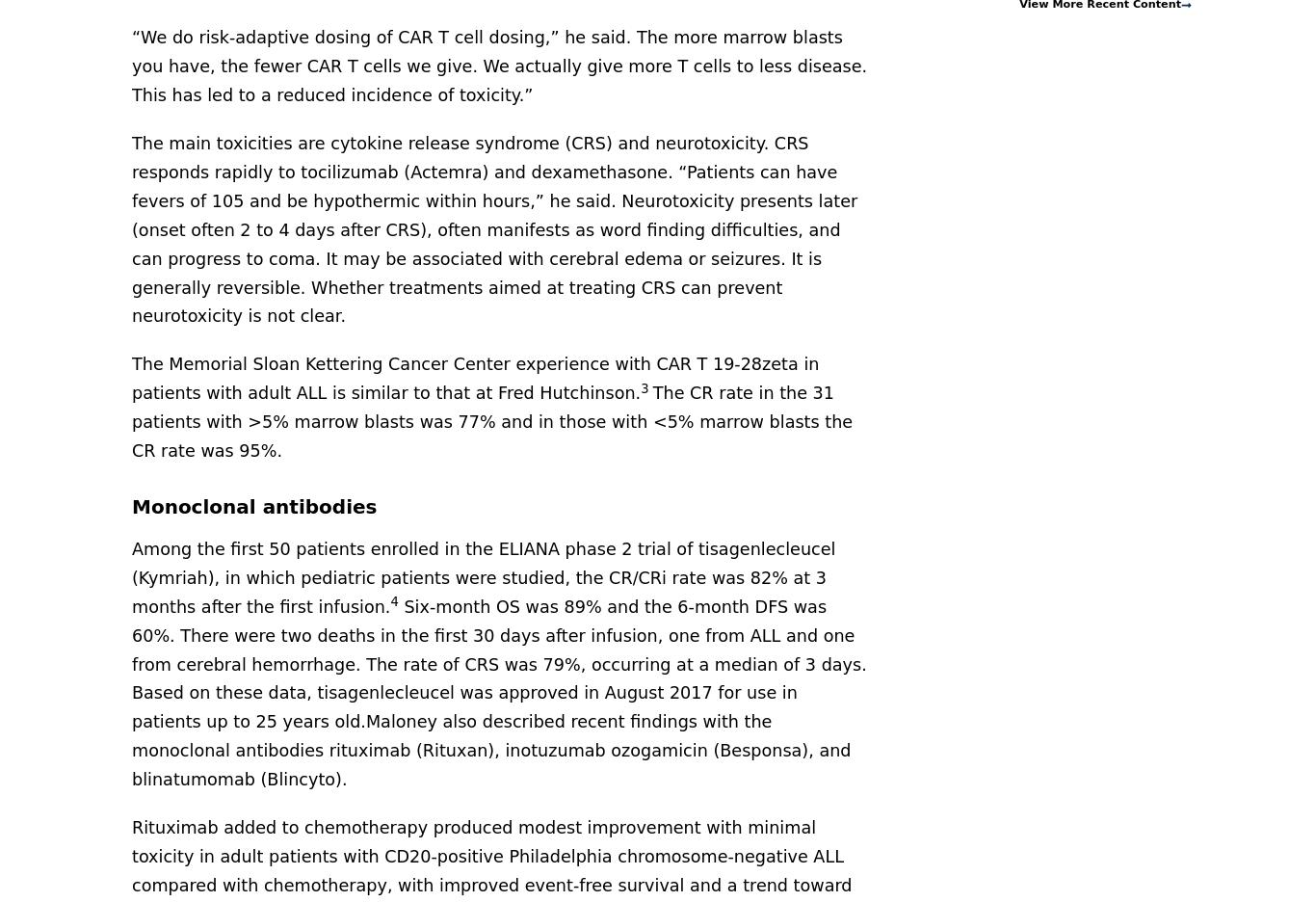 Image resolution: width=1316 pixels, height=902 pixels. Describe the element at coordinates (254, 506) in the screenshot. I see `'Monoclonal antibodies'` at that location.